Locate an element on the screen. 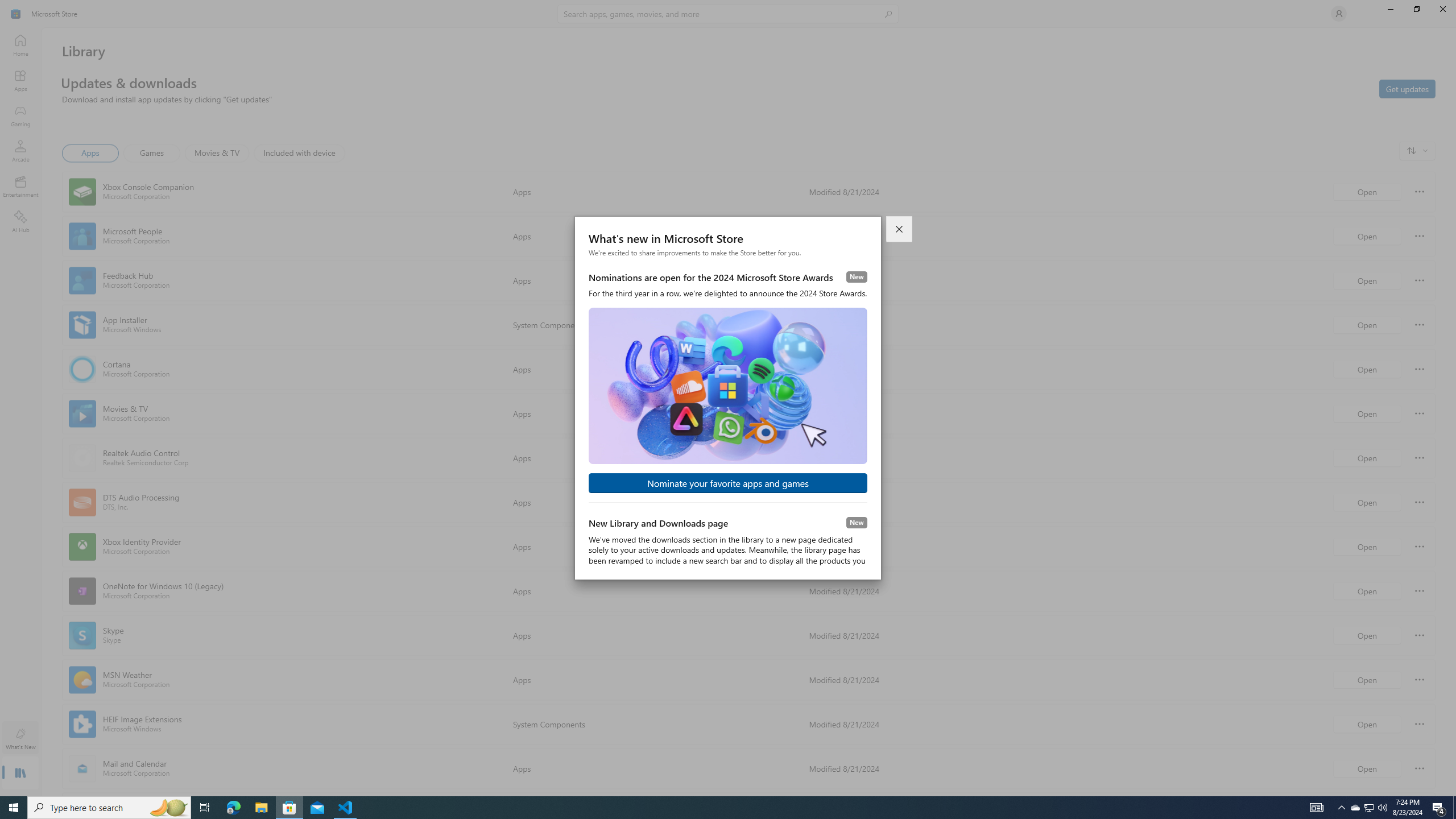 Image resolution: width=1456 pixels, height=819 pixels. 'What' is located at coordinates (19, 738).